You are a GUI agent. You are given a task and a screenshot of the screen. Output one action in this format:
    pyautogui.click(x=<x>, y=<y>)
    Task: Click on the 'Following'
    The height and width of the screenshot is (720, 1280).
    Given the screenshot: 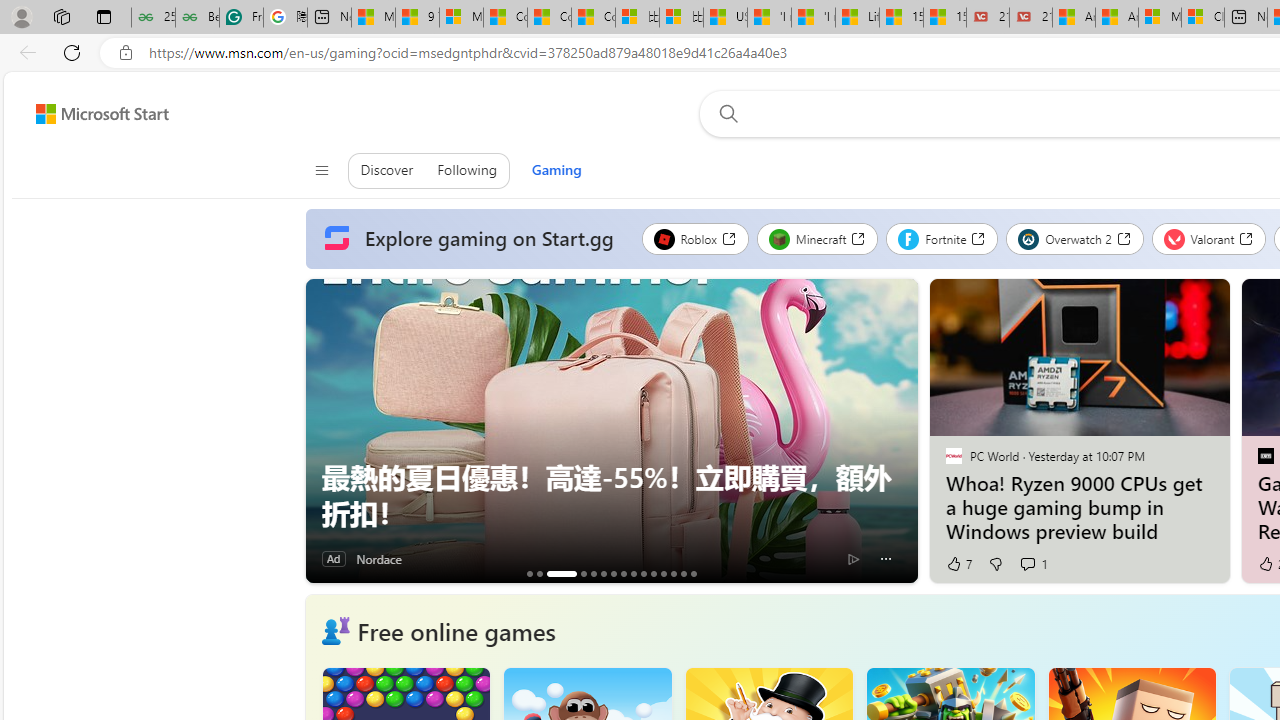 What is the action you would take?
    pyautogui.click(x=466, y=170)
    